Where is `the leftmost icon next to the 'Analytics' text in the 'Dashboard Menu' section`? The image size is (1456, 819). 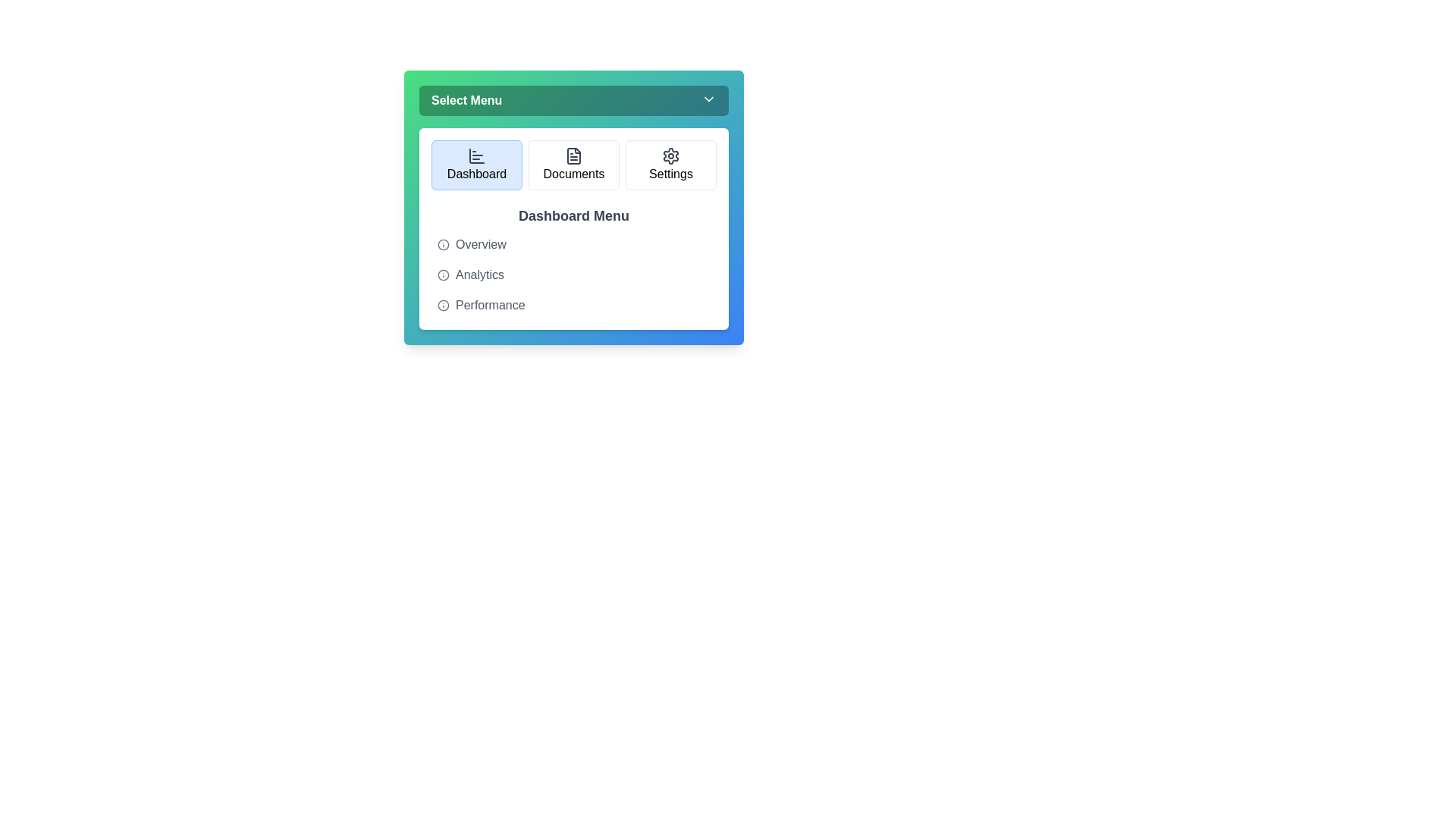
the leftmost icon next to the 'Analytics' text in the 'Dashboard Menu' section is located at coordinates (443, 275).